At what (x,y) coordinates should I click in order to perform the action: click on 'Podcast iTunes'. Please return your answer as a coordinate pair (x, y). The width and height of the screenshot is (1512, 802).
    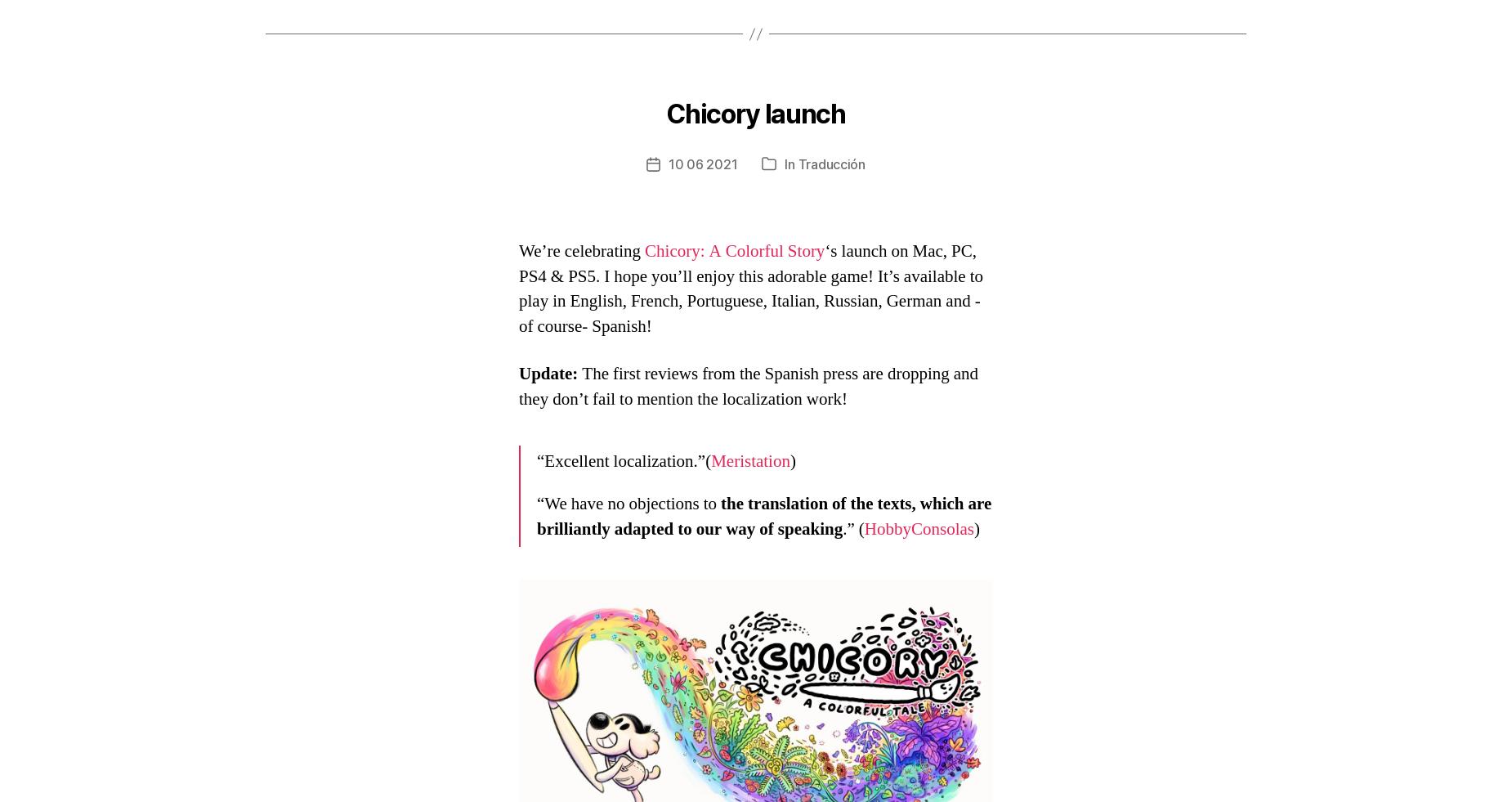
    Looking at the image, I should click on (327, 617).